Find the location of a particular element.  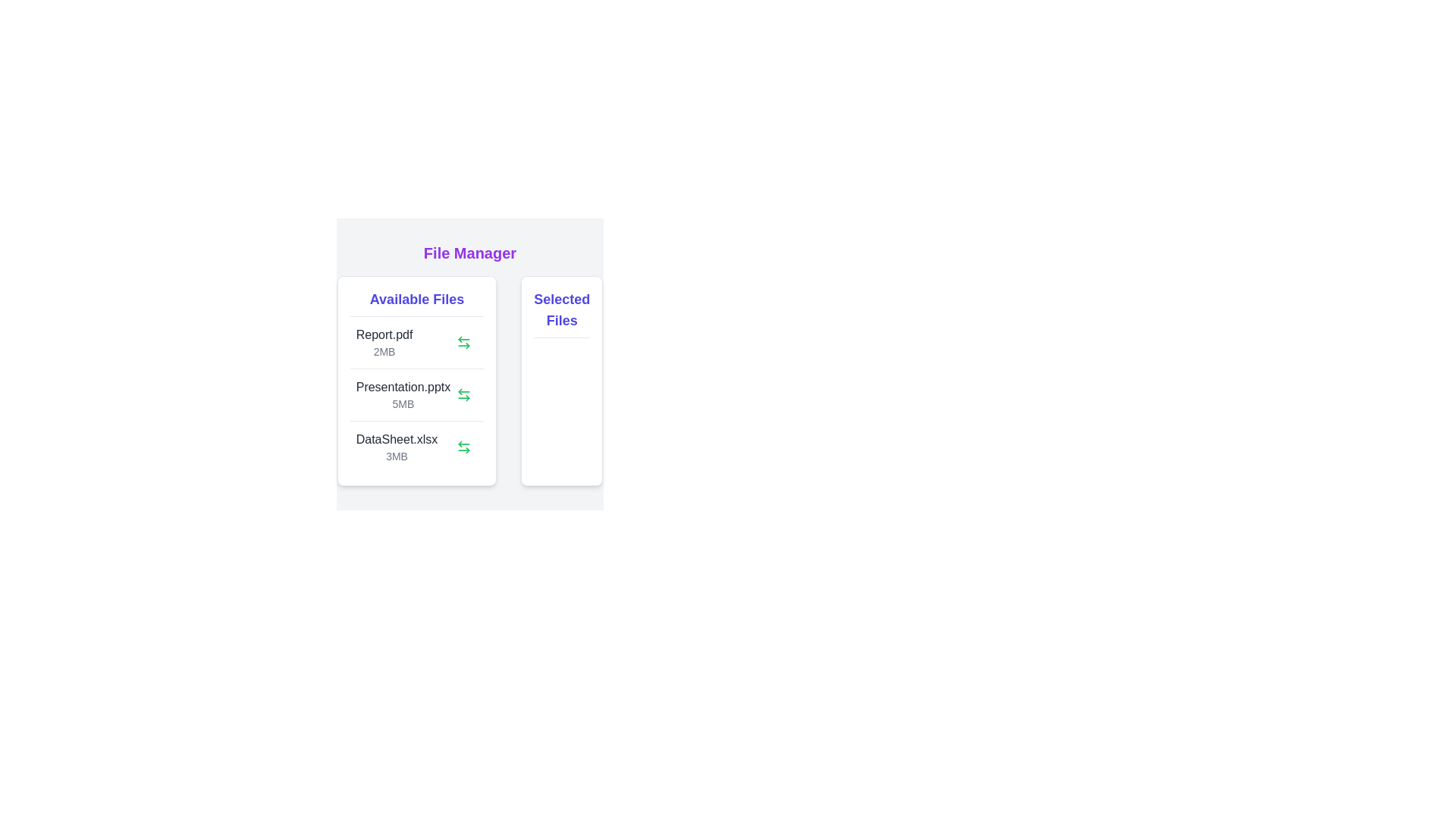

the label displaying the file size information for 'Presentation.pptx' located in the 'Available Files' column, which is the second item in the list is located at coordinates (403, 403).